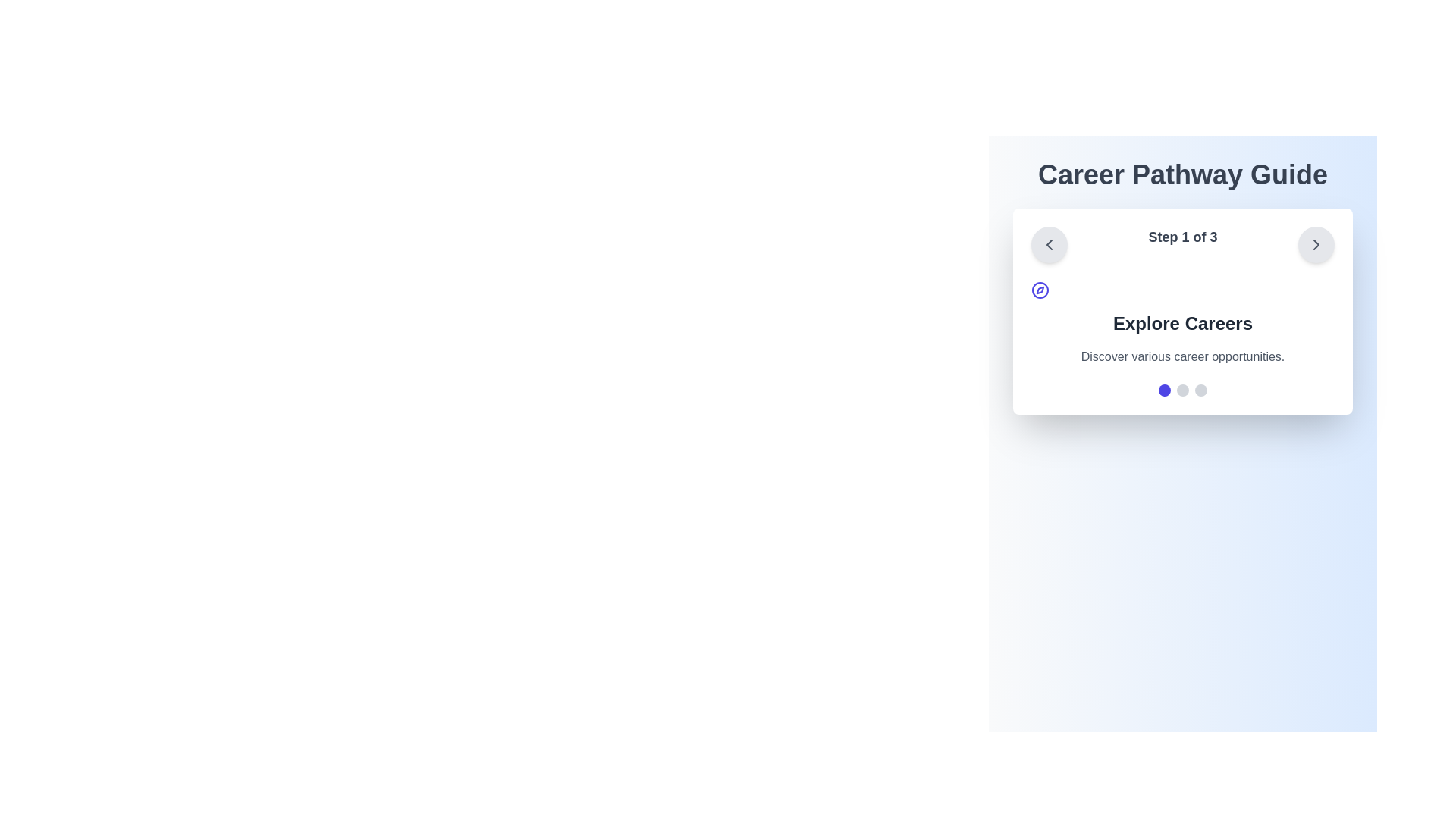  What do you see at coordinates (1182, 390) in the screenshot?
I see `the second circular progress indicator in the 'Career Pathway Guide' section` at bounding box center [1182, 390].